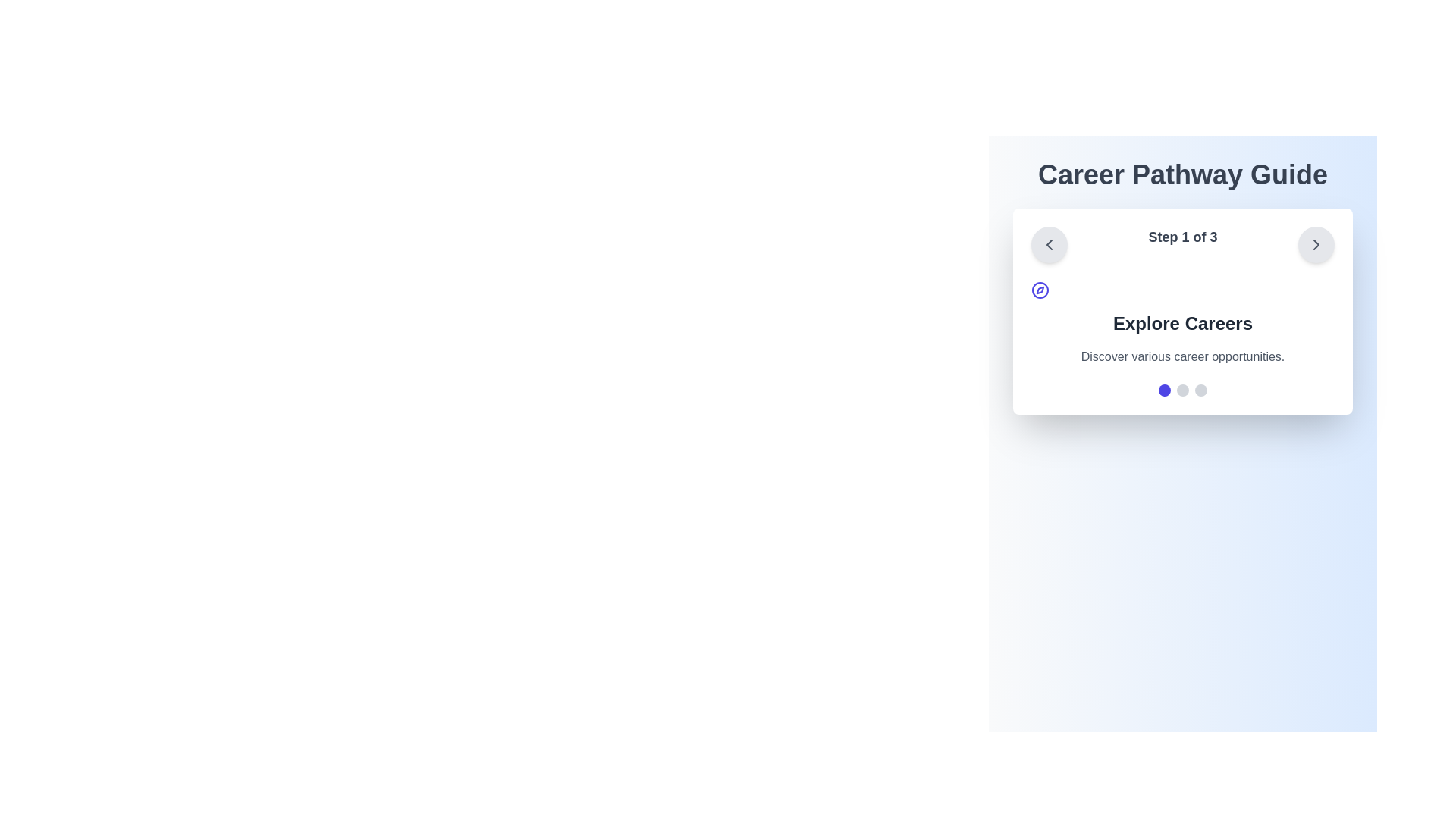  What do you see at coordinates (1182, 390) in the screenshot?
I see `the second circular progress indicator in the 'Career Pathway Guide' section` at bounding box center [1182, 390].